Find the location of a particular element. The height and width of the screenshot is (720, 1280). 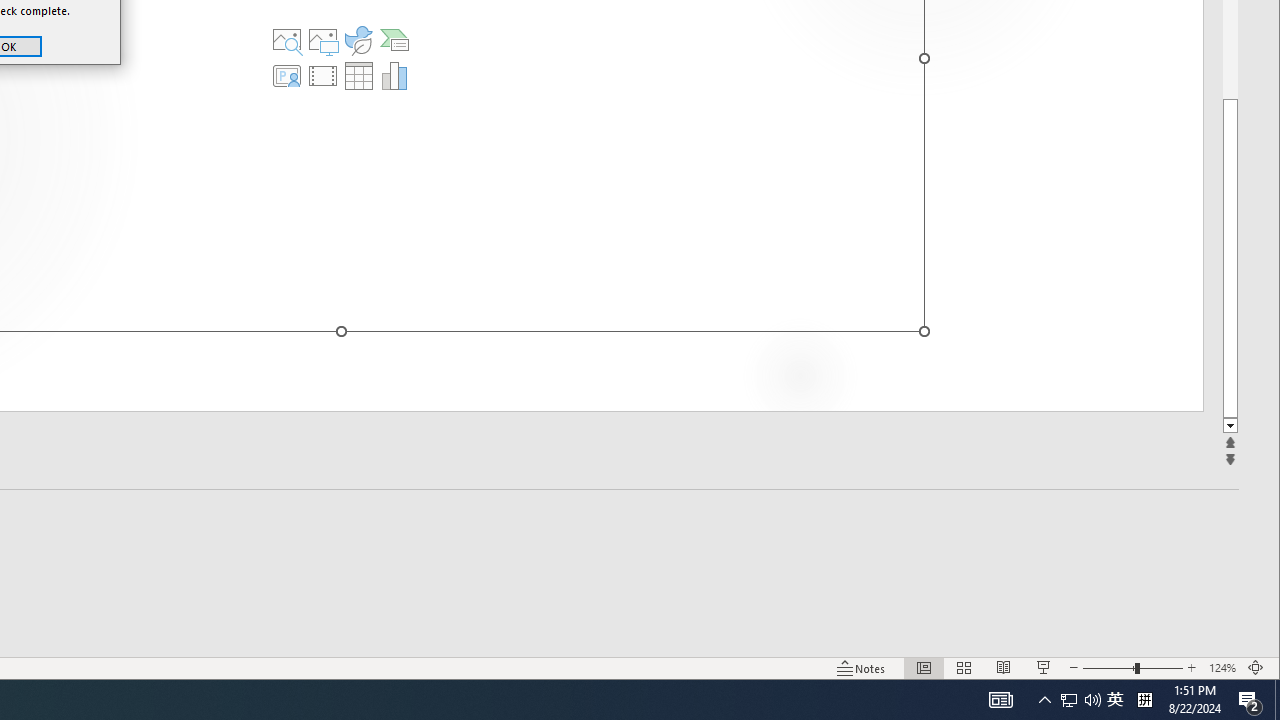

'Zoom 124%' is located at coordinates (1221, 668).